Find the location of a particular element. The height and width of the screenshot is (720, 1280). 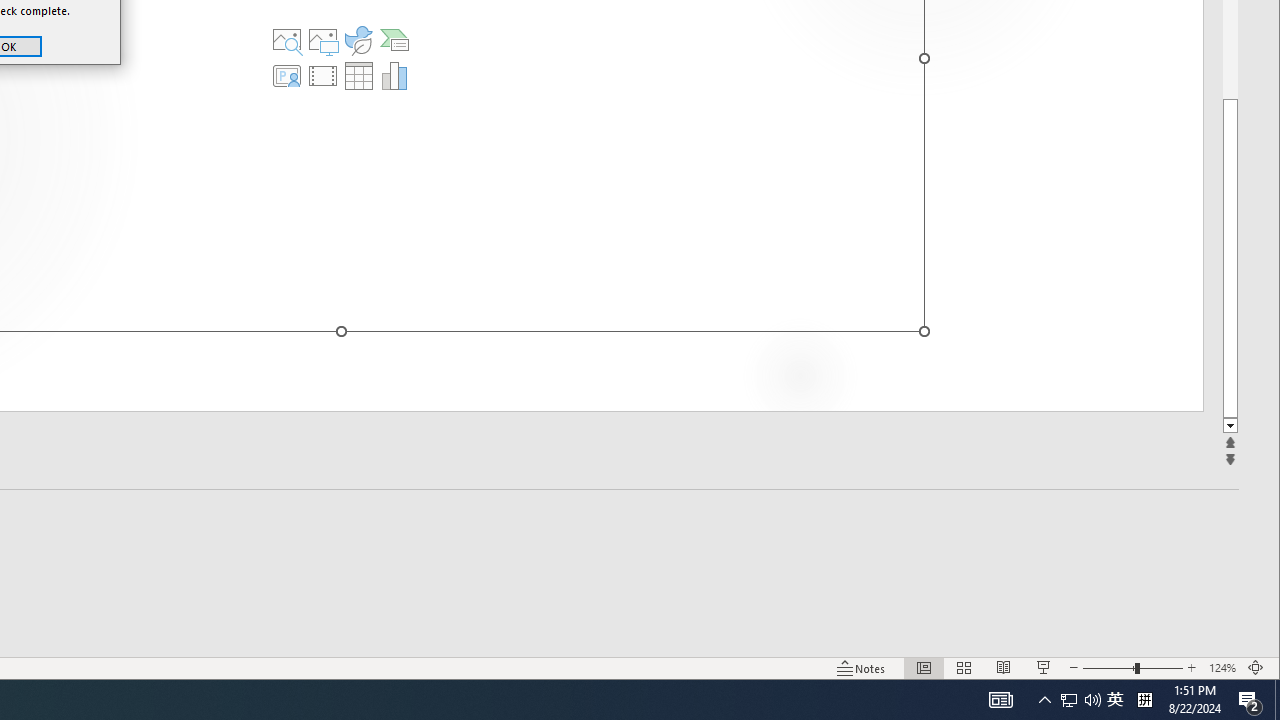

'Zoom 124%' is located at coordinates (1221, 668).